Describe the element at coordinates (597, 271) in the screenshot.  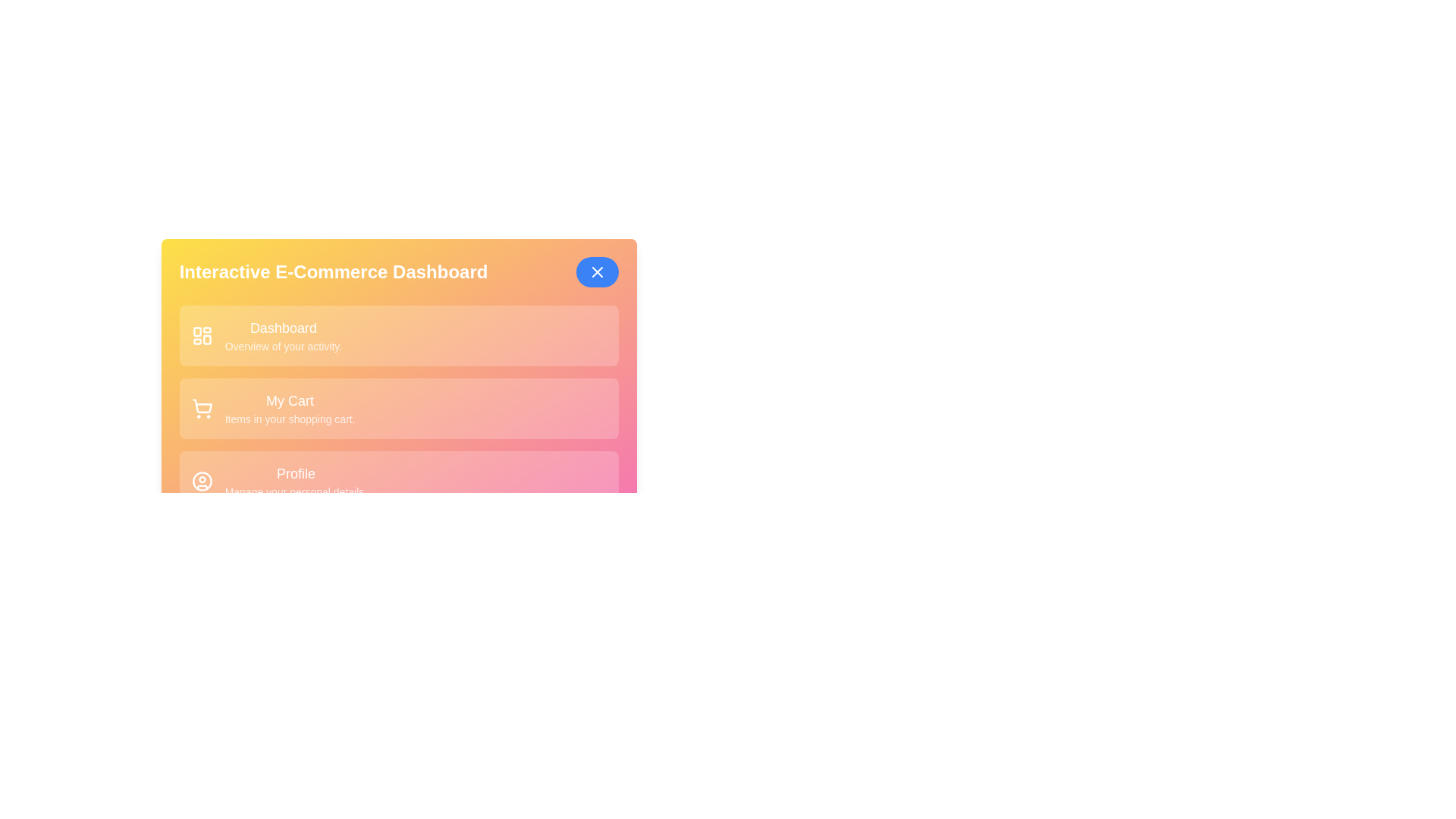
I see `the toggle button to change the menu visibility` at that location.